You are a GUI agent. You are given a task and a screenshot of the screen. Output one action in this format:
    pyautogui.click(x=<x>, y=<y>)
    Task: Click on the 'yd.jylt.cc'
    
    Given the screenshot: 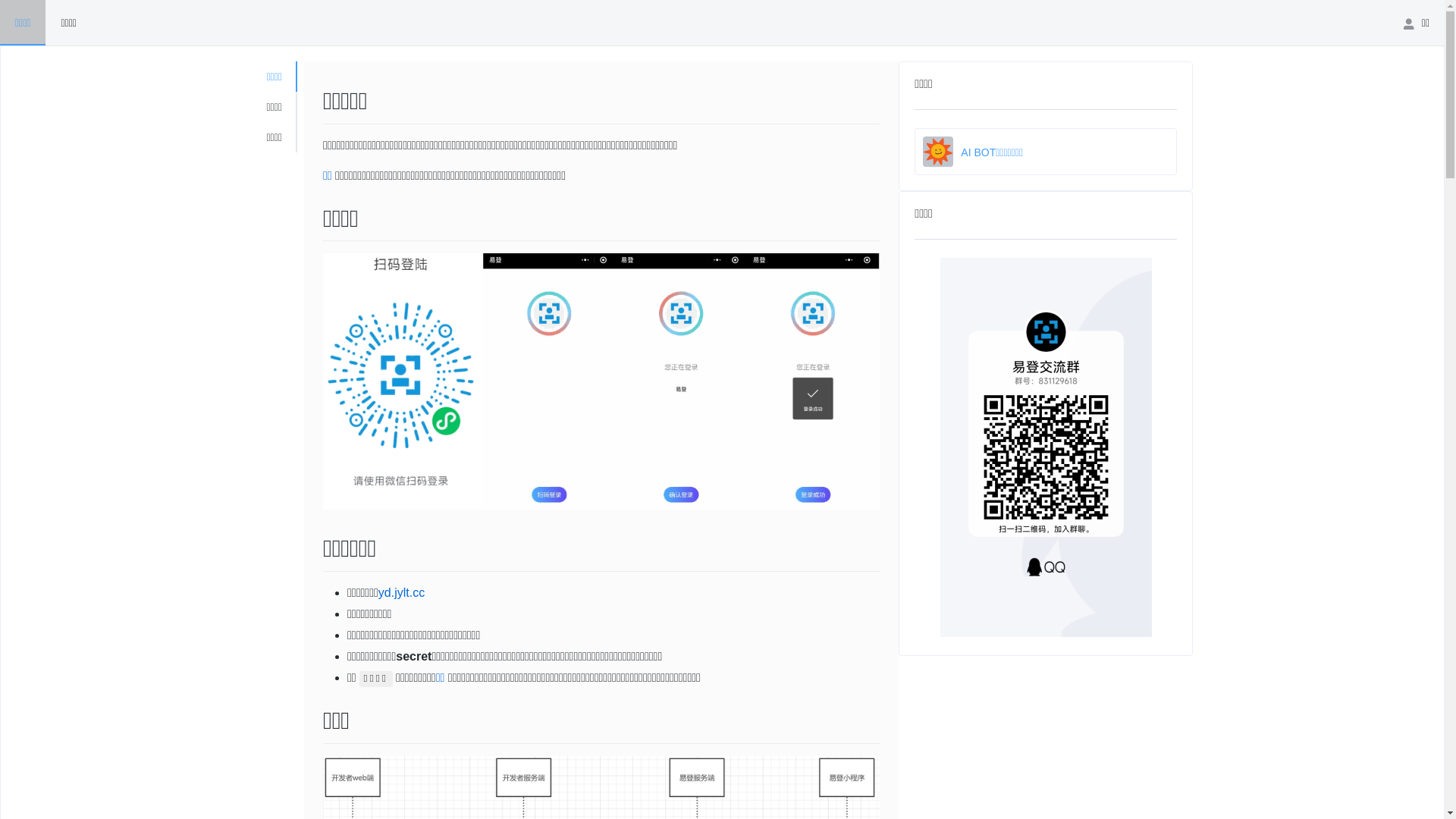 What is the action you would take?
    pyautogui.click(x=401, y=591)
    